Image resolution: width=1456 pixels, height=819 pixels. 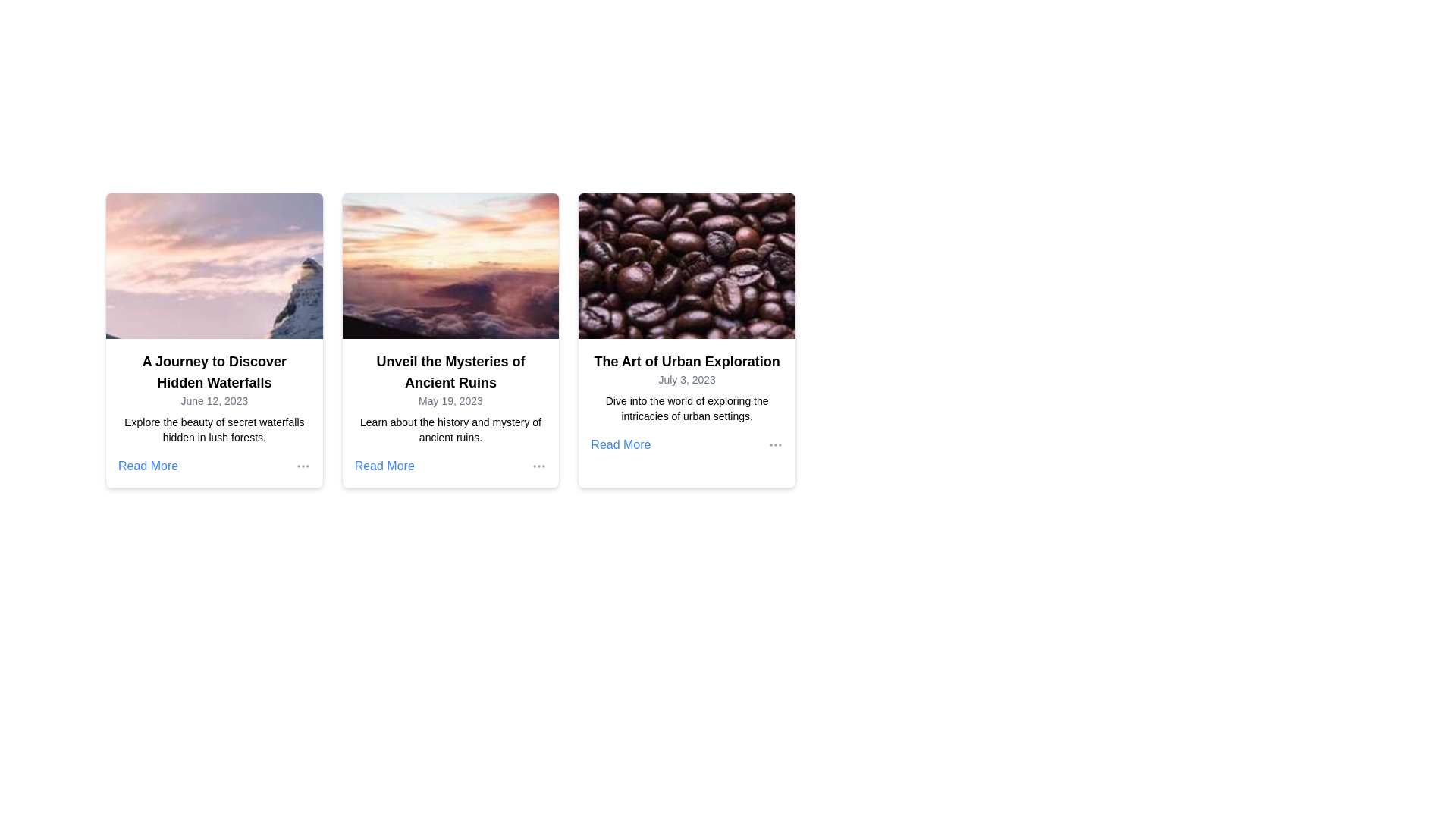 What do you see at coordinates (450, 265) in the screenshot?
I see `the landscape image featuring a cloudy and orange-toned sky, located at the top of the central card titled 'Unveil the Mysteries of Ancient Ruins'` at bounding box center [450, 265].